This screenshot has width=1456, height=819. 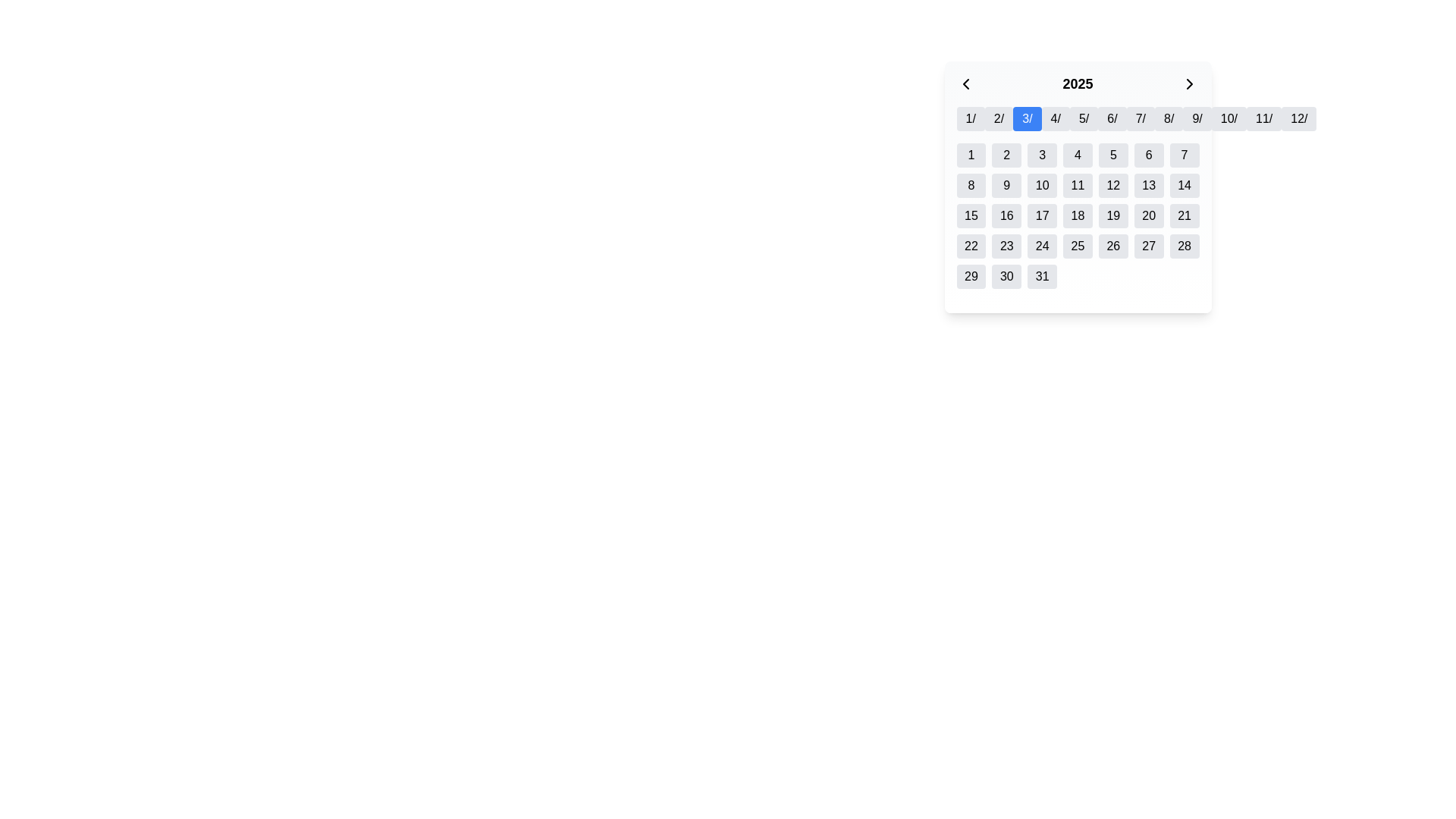 What do you see at coordinates (1189, 84) in the screenshot?
I see `the button located in the top-right corner of the calendar widget interface, positioned to the right of the text '2025'` at bounding box center [1189, 84].